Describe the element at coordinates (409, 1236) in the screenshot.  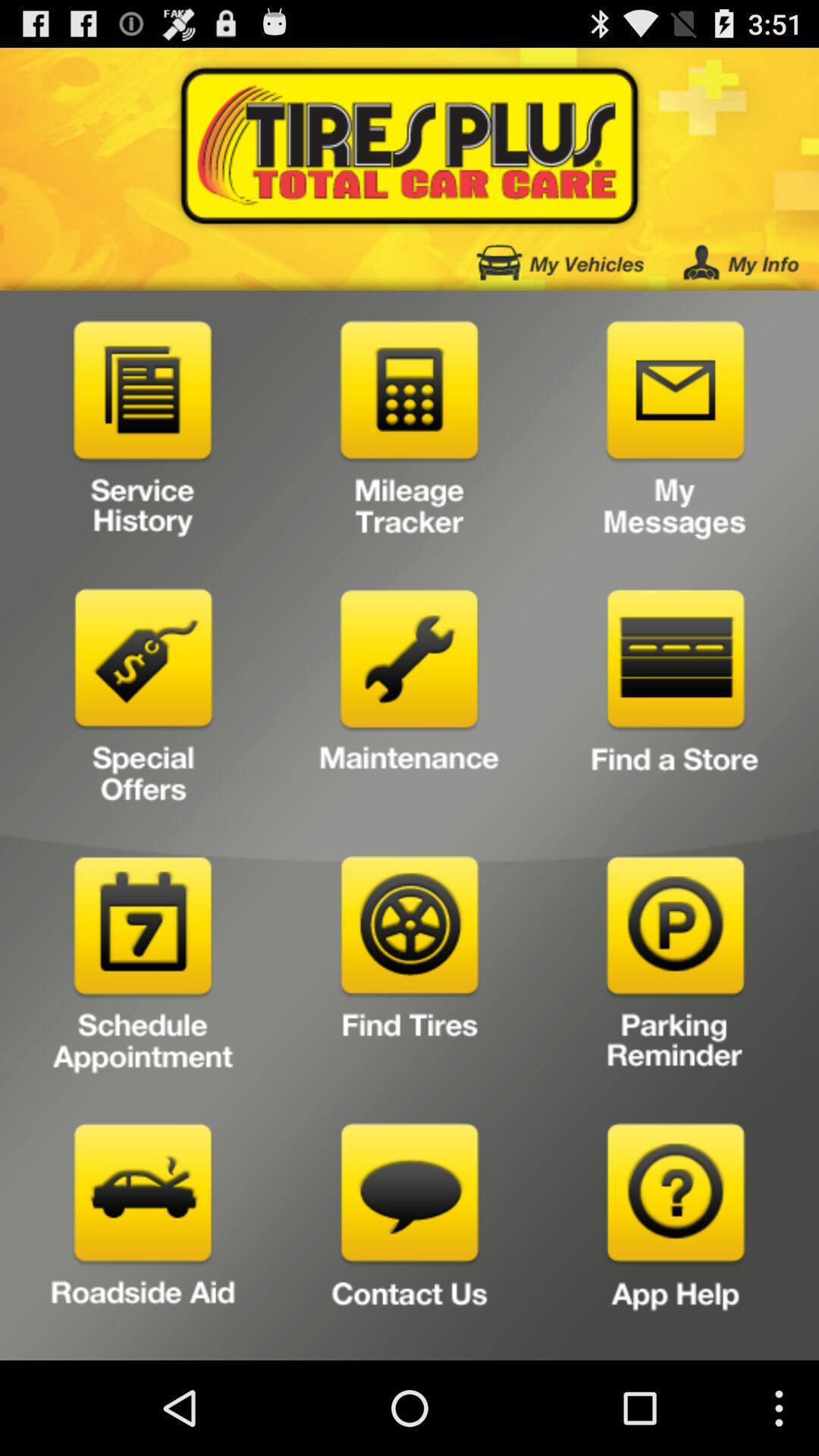
I see `the item at the bottom` at that location.